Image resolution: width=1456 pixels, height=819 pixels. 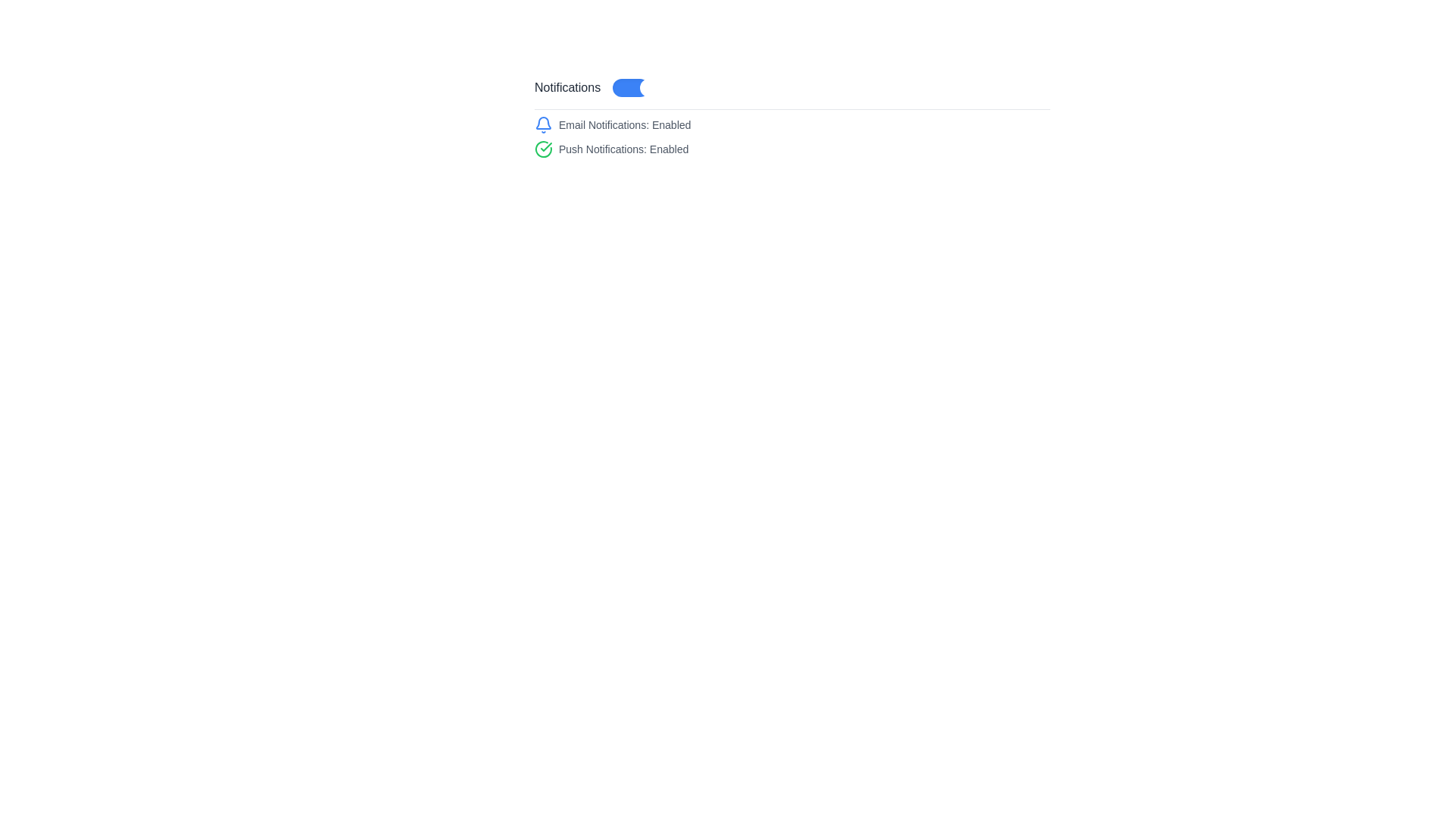 What do you see at coordinates (543, 122) in the screenshot?
I see `the bell icon component representing notifications, which is positioned to the left of the 'Email Notifications: Enabled' text` at bounding box center [543, 122].